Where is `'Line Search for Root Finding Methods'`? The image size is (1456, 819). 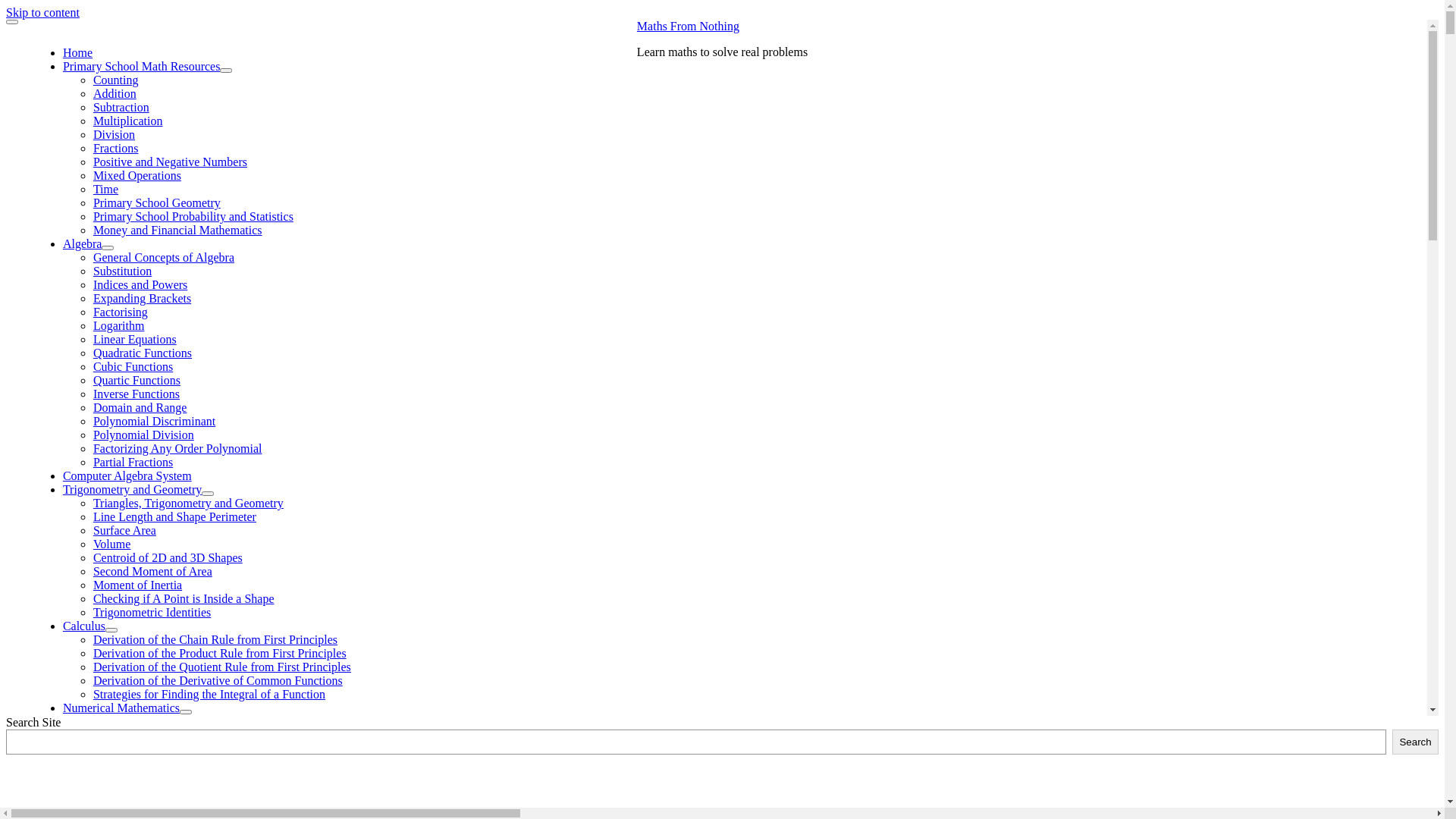 'Line Search for Root Finding Methods' is located at coordinates (217, 762).